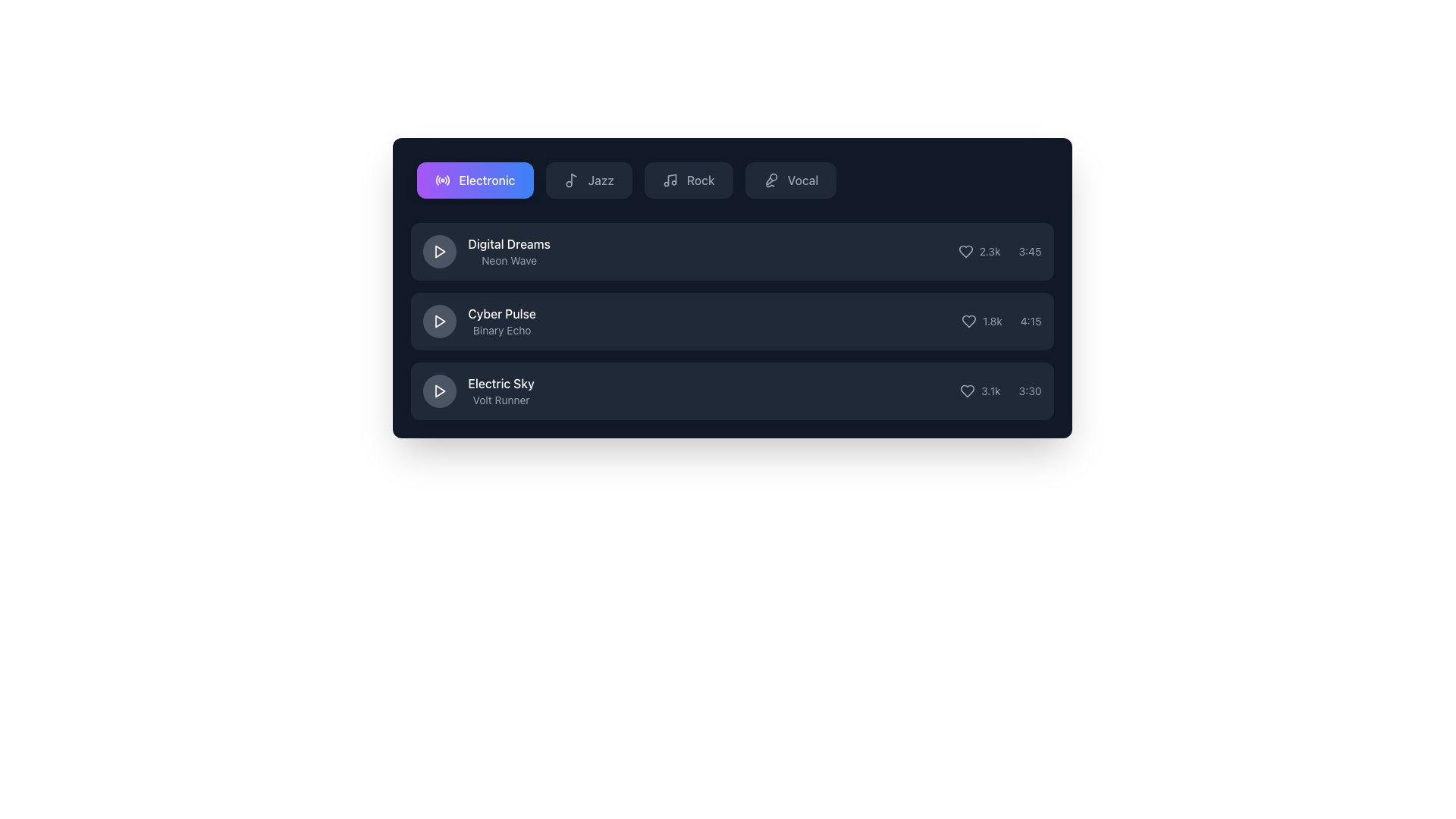 The width and height of the screenshot is (1456, 819). Describe the element at coordinates (486, 250) in the screenshot. I see `the first list item containing 'Digital Dreams' and 'Neon Wave'` at that location.